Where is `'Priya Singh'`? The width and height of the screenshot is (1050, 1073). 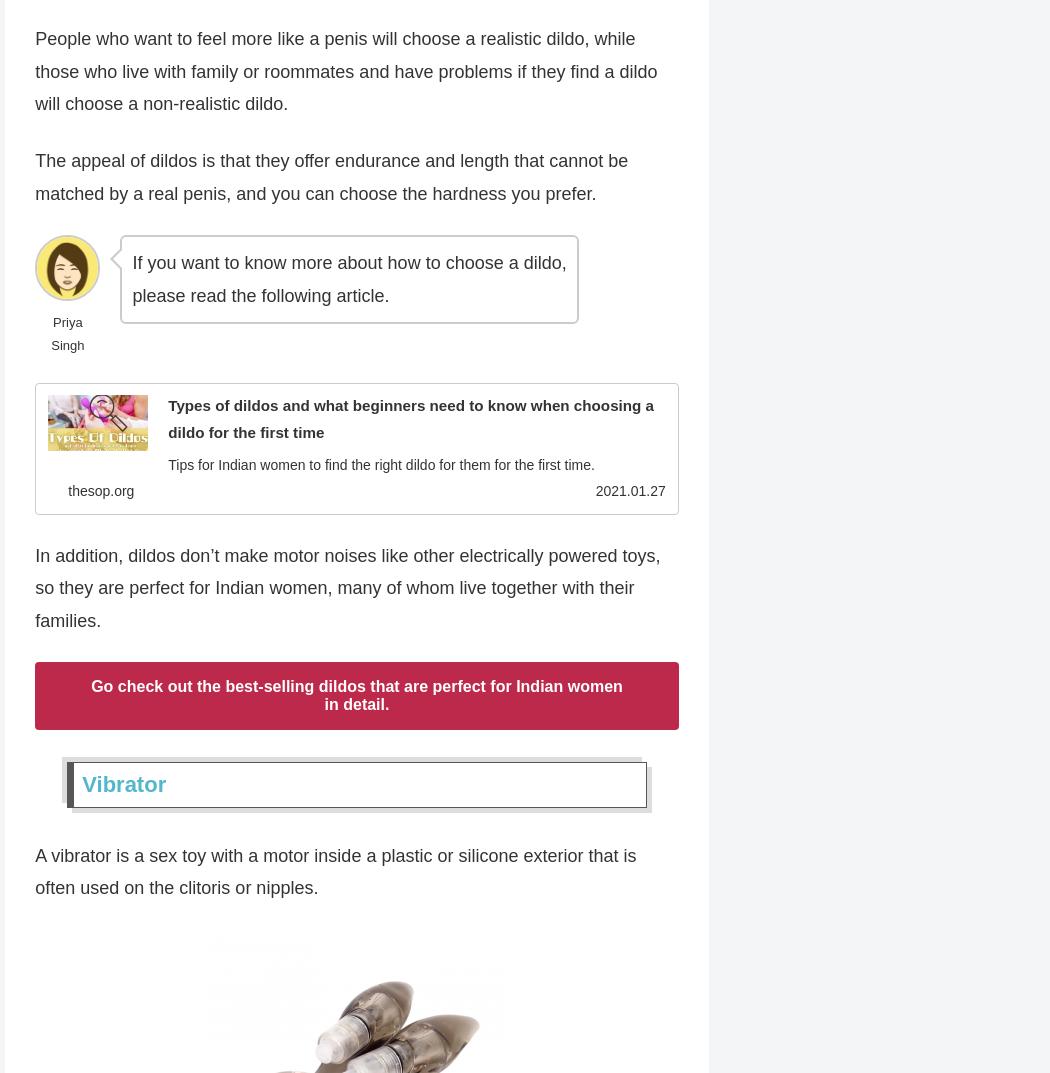 'Priya Singh' is located at coordinates (66, 334).